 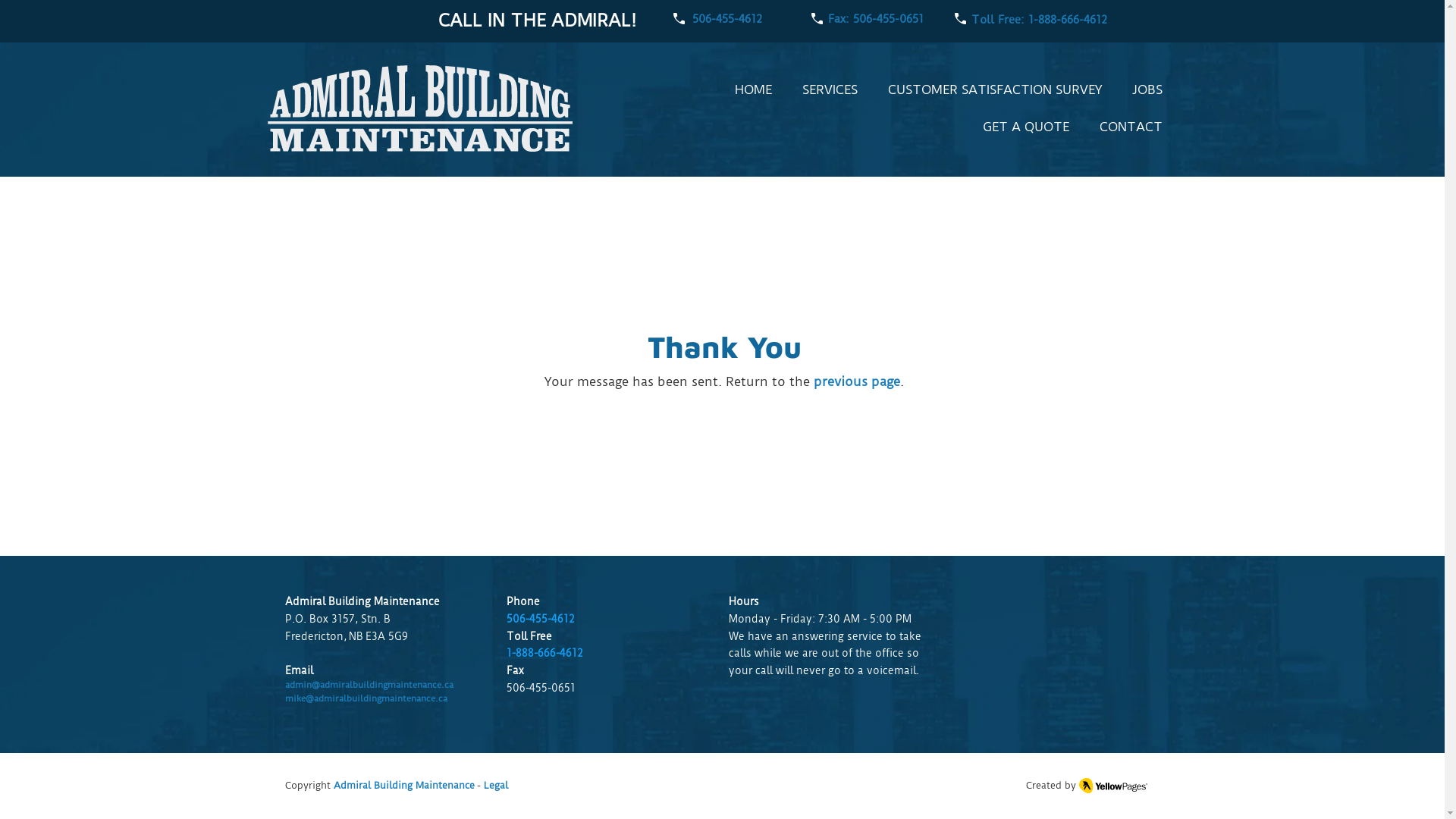 I want to click on 'CONTACT', so click(x=1131, y=126).